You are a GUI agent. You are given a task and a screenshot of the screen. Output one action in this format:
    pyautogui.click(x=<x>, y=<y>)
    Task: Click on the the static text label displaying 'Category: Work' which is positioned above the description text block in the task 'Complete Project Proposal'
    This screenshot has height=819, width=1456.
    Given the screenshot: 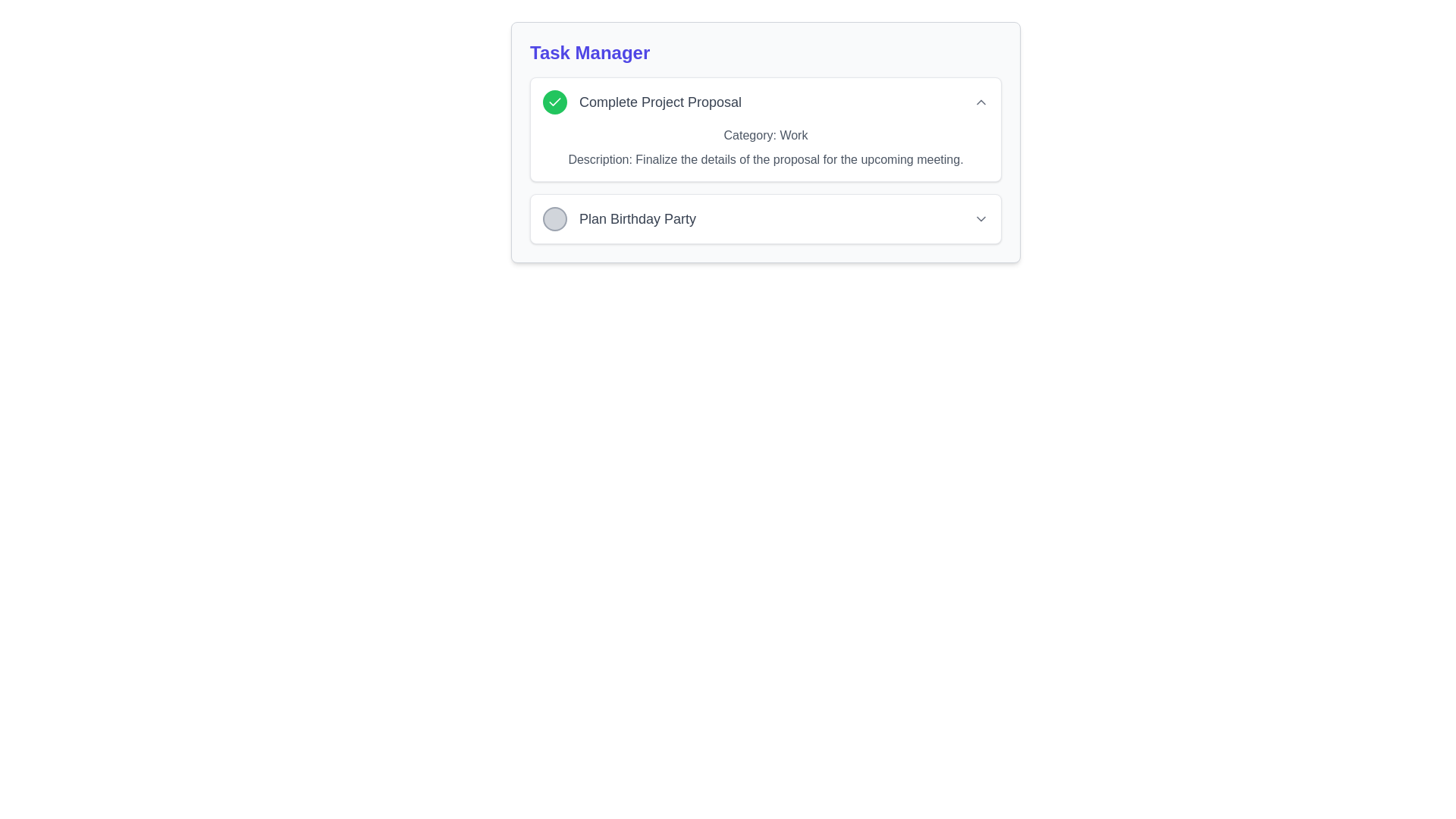 What is the action you would take?
    pyautogui.click(x=765, y=134)
    